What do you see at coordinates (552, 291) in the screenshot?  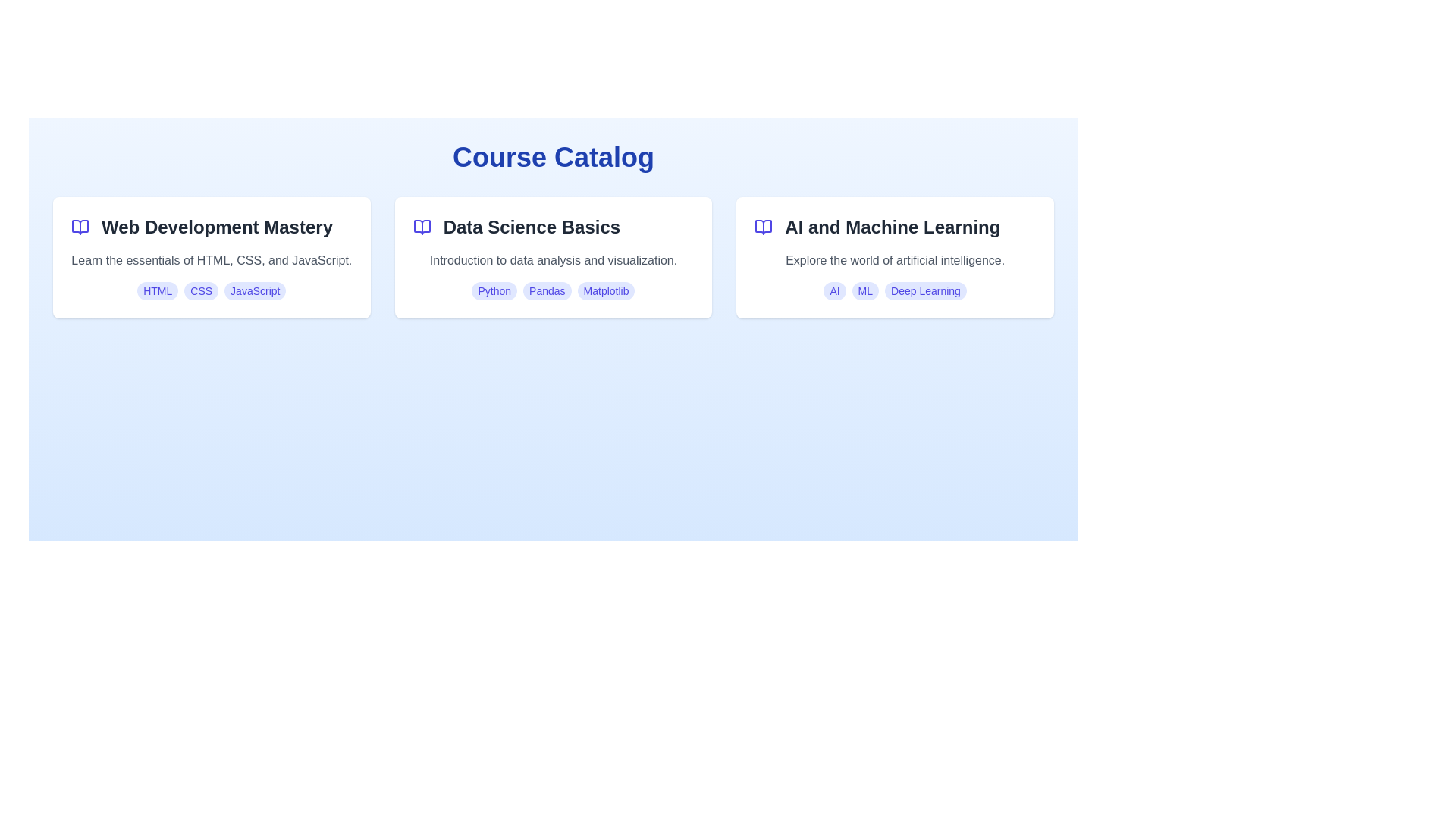 I see `the decorative tag group located at the bottom of the 'Data Science Basics' card, beneath the subtitle 'Introduction to data analysis and visualization'` at bounding box center [552, 291].